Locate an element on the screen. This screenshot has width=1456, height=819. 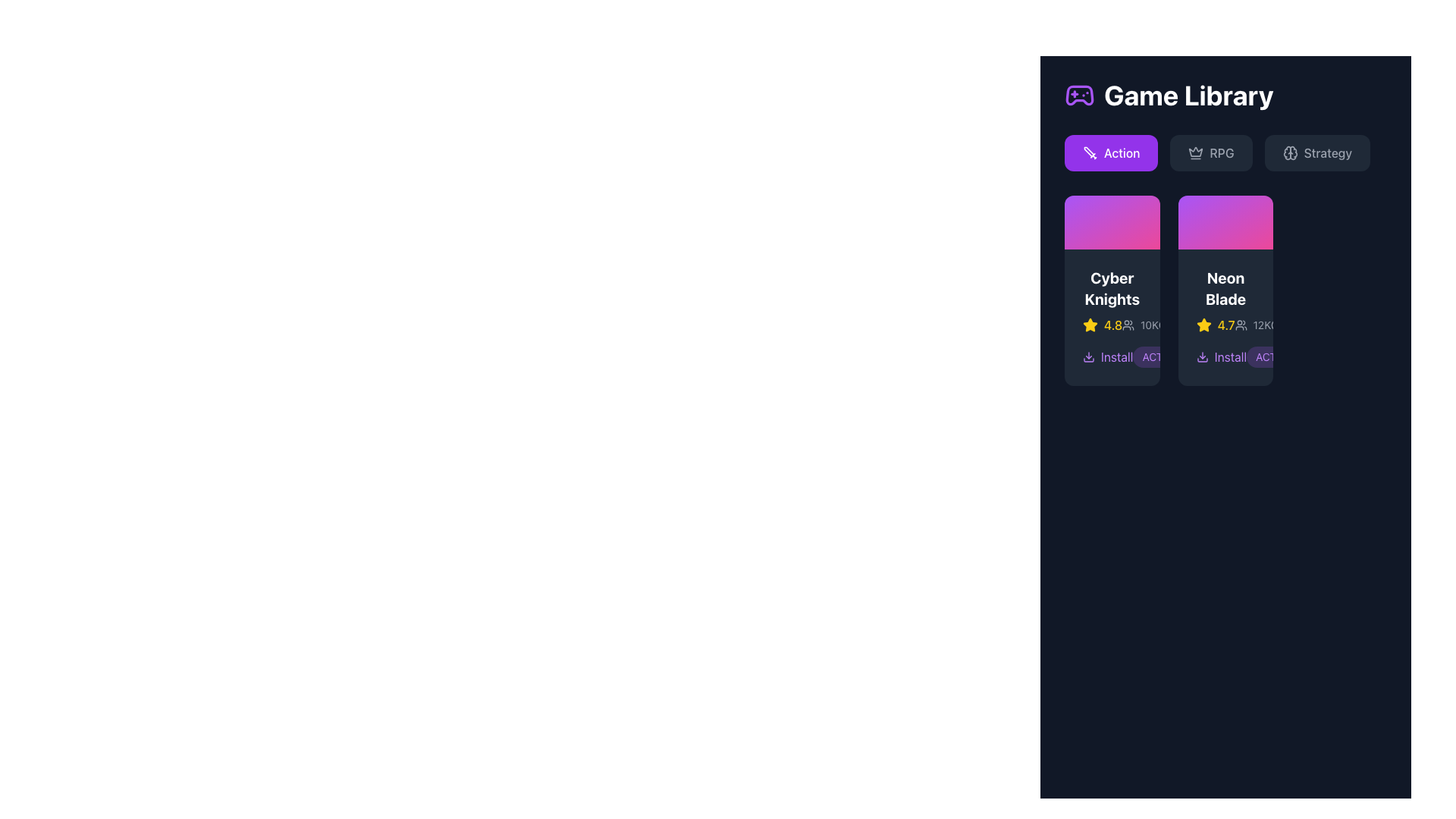
the text label displaying the rating score '4.7' for the 'Neon Blade' game, located to the right of the star icon within the game card is located at coordinates (1226, 324).